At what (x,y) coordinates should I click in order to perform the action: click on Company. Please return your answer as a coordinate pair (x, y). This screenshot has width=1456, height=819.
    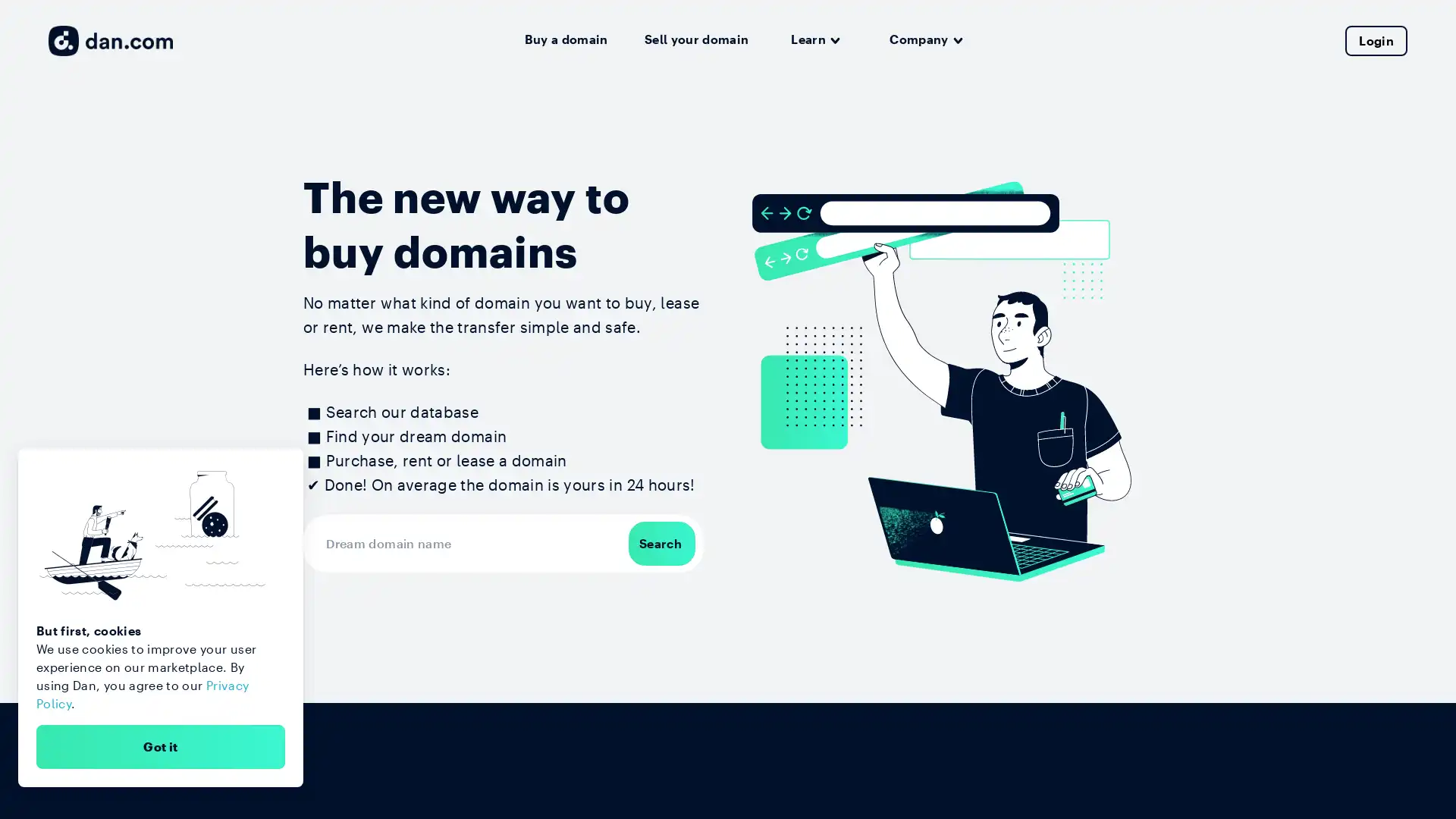
    Looking at the image, I should click on (925, 39).